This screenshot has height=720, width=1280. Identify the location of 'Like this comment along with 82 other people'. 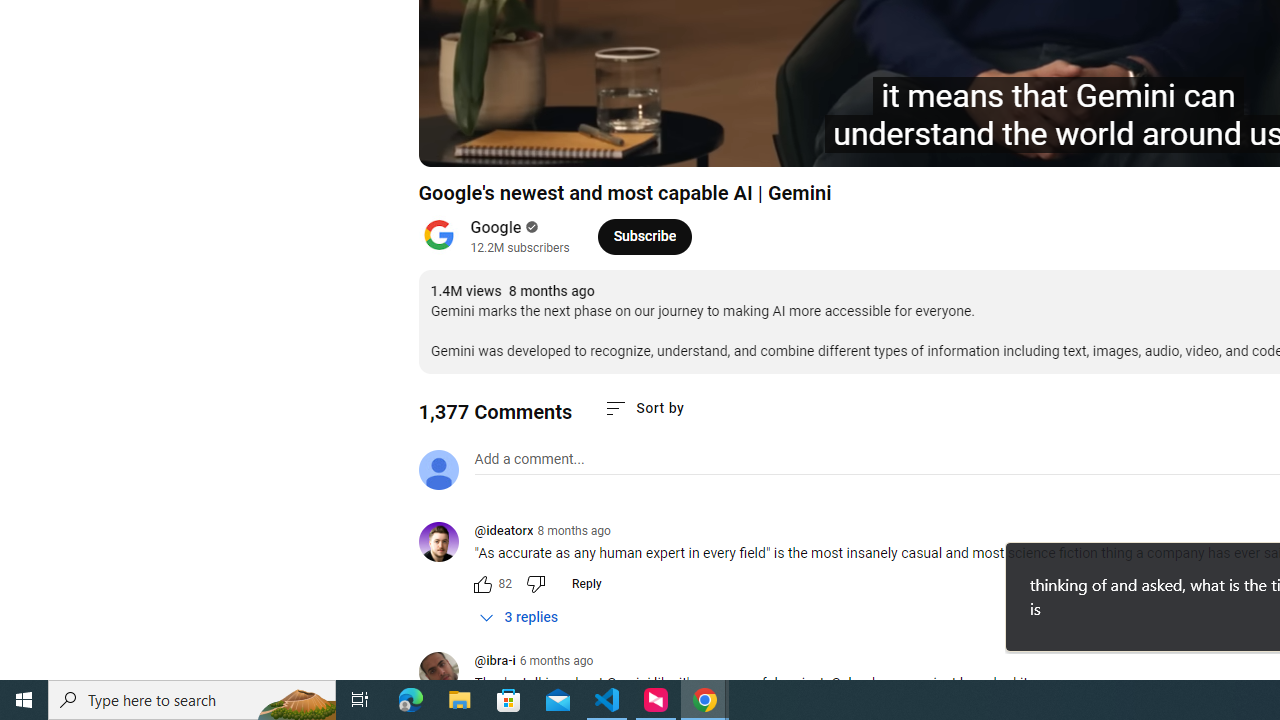
(482, 583).